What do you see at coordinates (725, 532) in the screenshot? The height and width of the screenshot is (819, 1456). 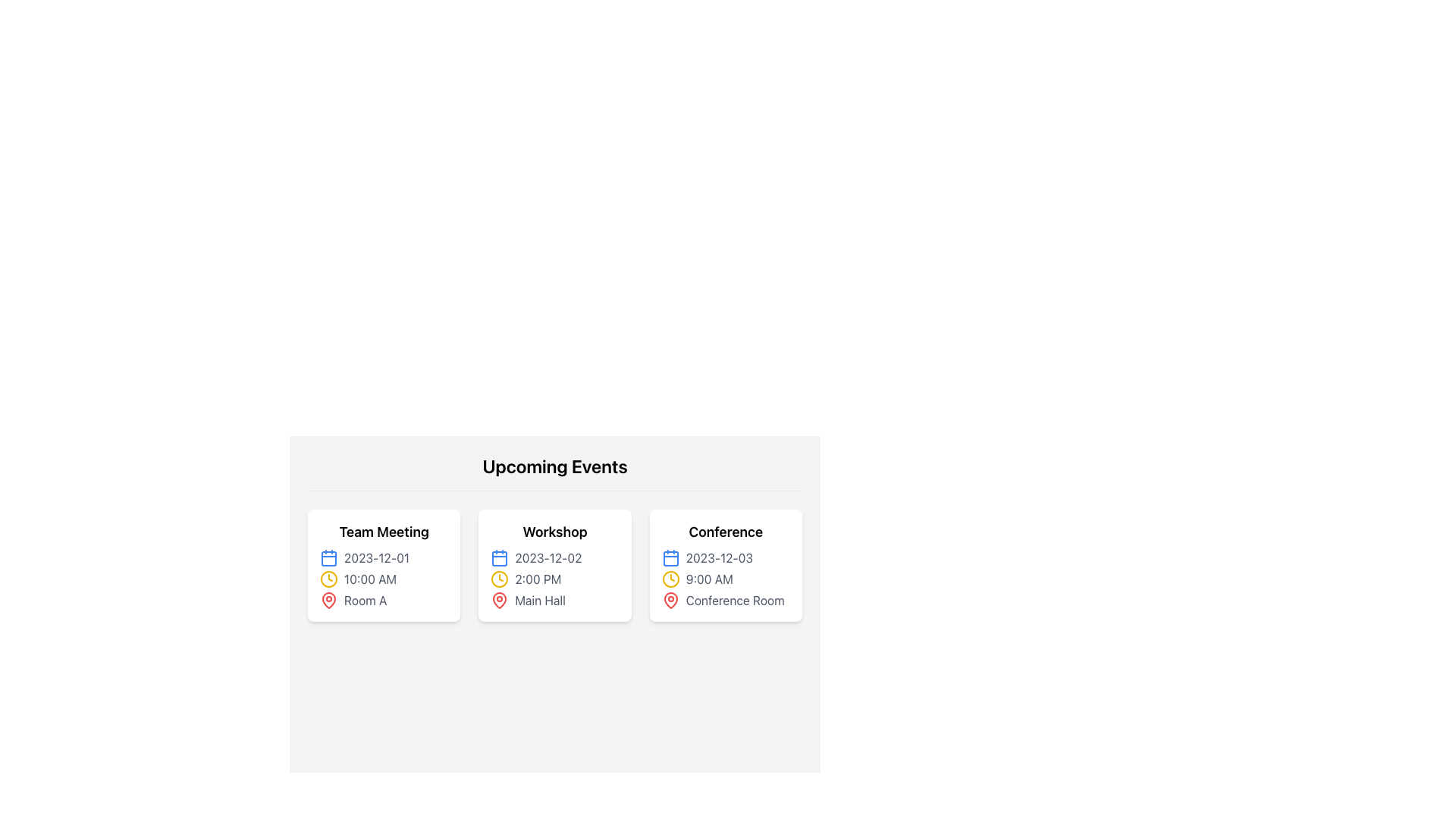 I see `the bold text label reading 'Conference' located at the top section of the rightmost card in the grid of upcoming events` at bounding box center [725, 532].